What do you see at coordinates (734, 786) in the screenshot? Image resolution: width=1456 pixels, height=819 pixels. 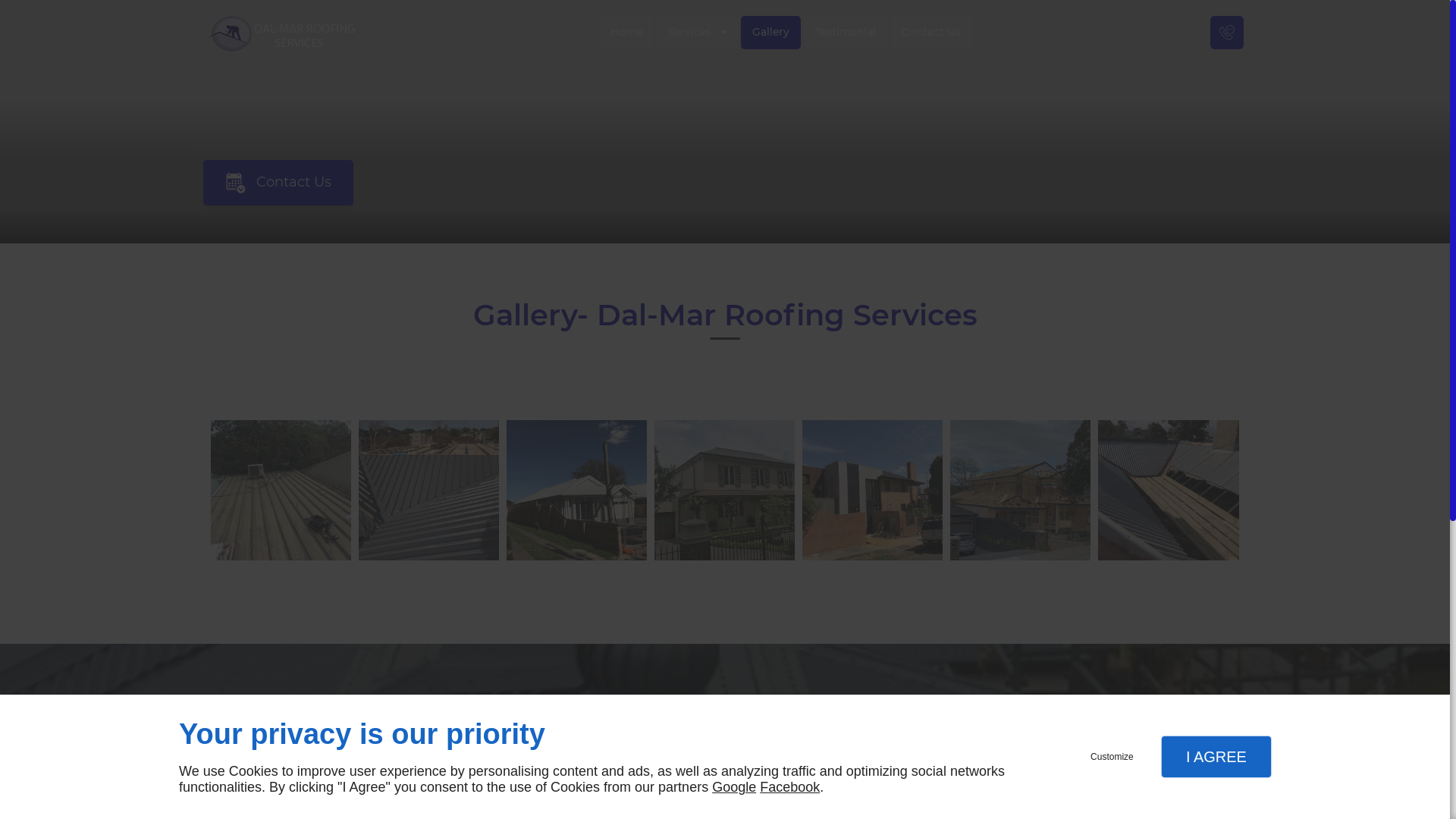 I see `'Google'` at bounding box center [734, 786].